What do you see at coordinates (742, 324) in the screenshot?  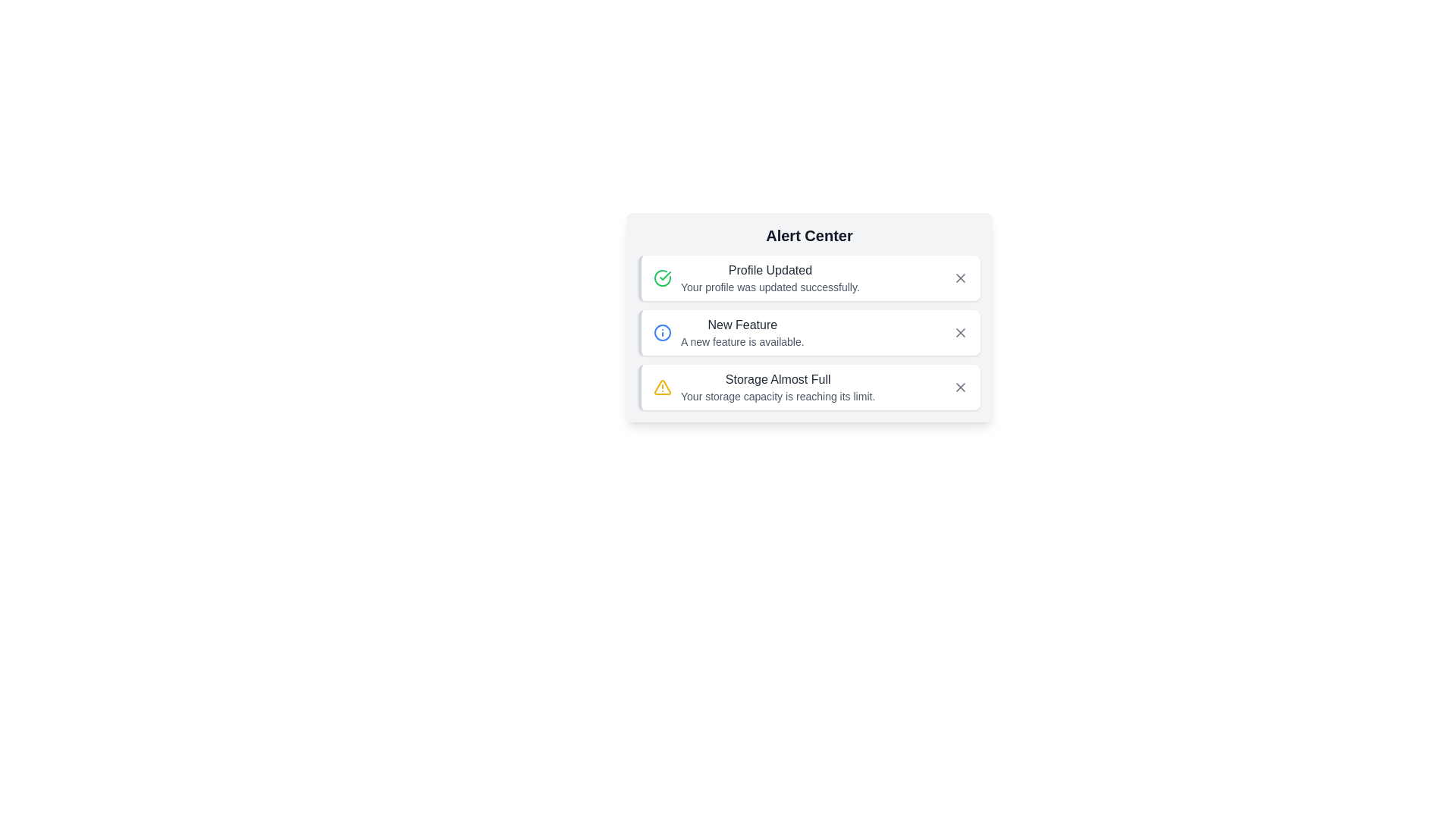 I see `text label that displays 'New Feature' in bold, medium-sized dark gray font, positioned in the Alert Center above the description 'A new feature is available.'` at bounding box center [742, 324].